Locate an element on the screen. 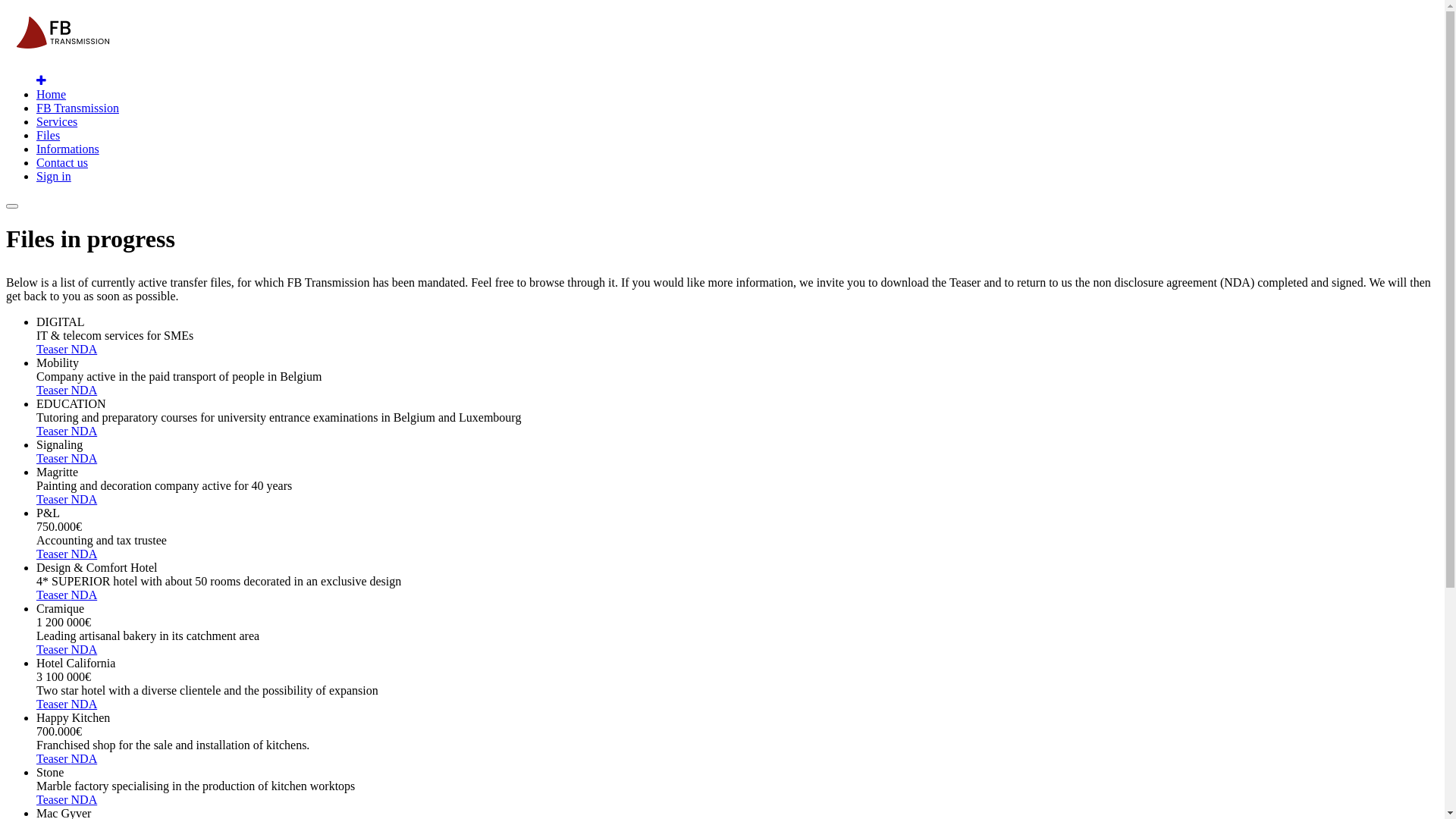 The height and width of the screenshot is (819, 1456). 'NDA' is located at coordinates (71, 594).